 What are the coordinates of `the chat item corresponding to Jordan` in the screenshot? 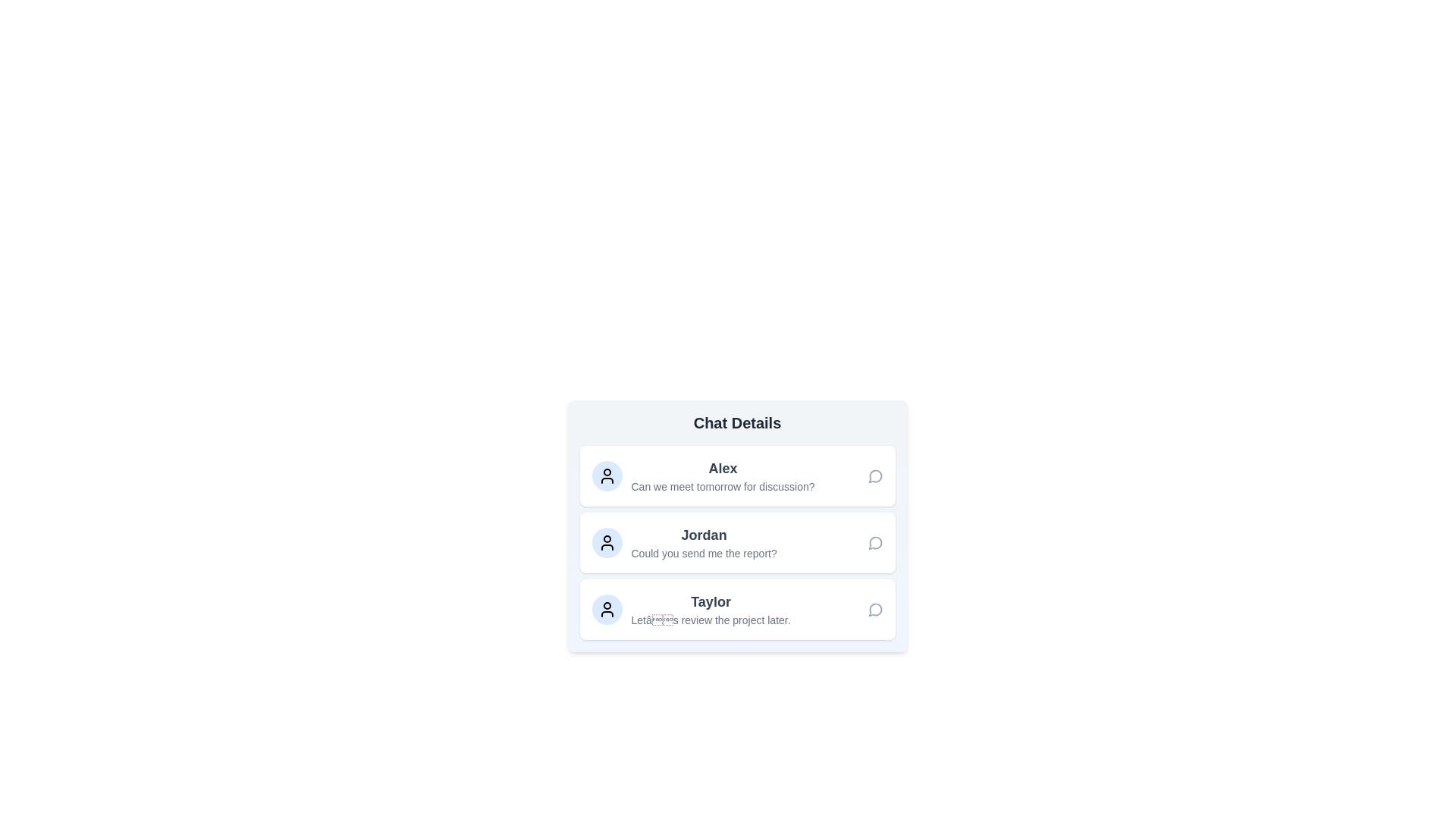 It's located at (737, 542).